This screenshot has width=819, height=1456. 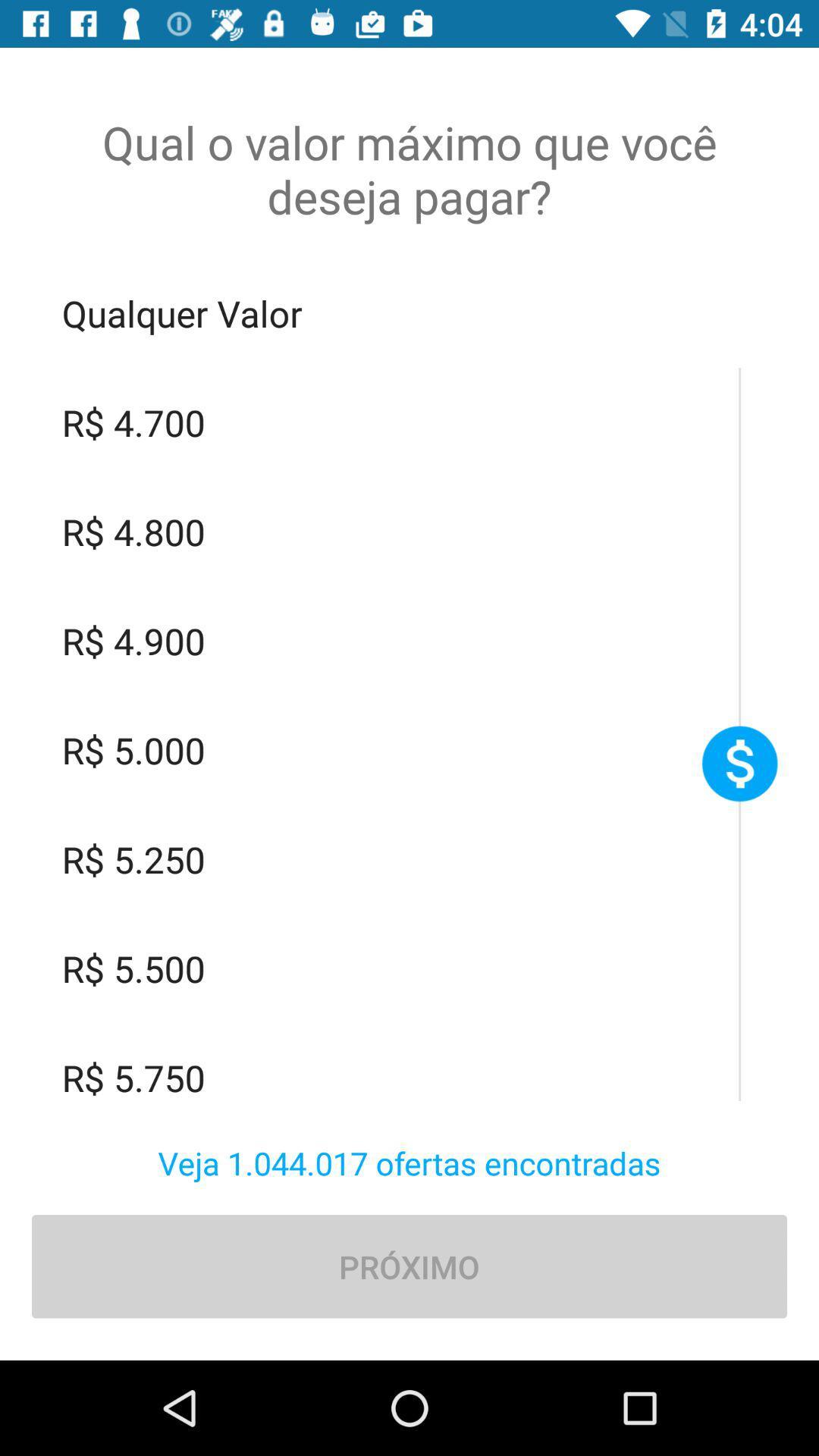 I want to click on item above r$ 4.700, so click(x=409, y=312).